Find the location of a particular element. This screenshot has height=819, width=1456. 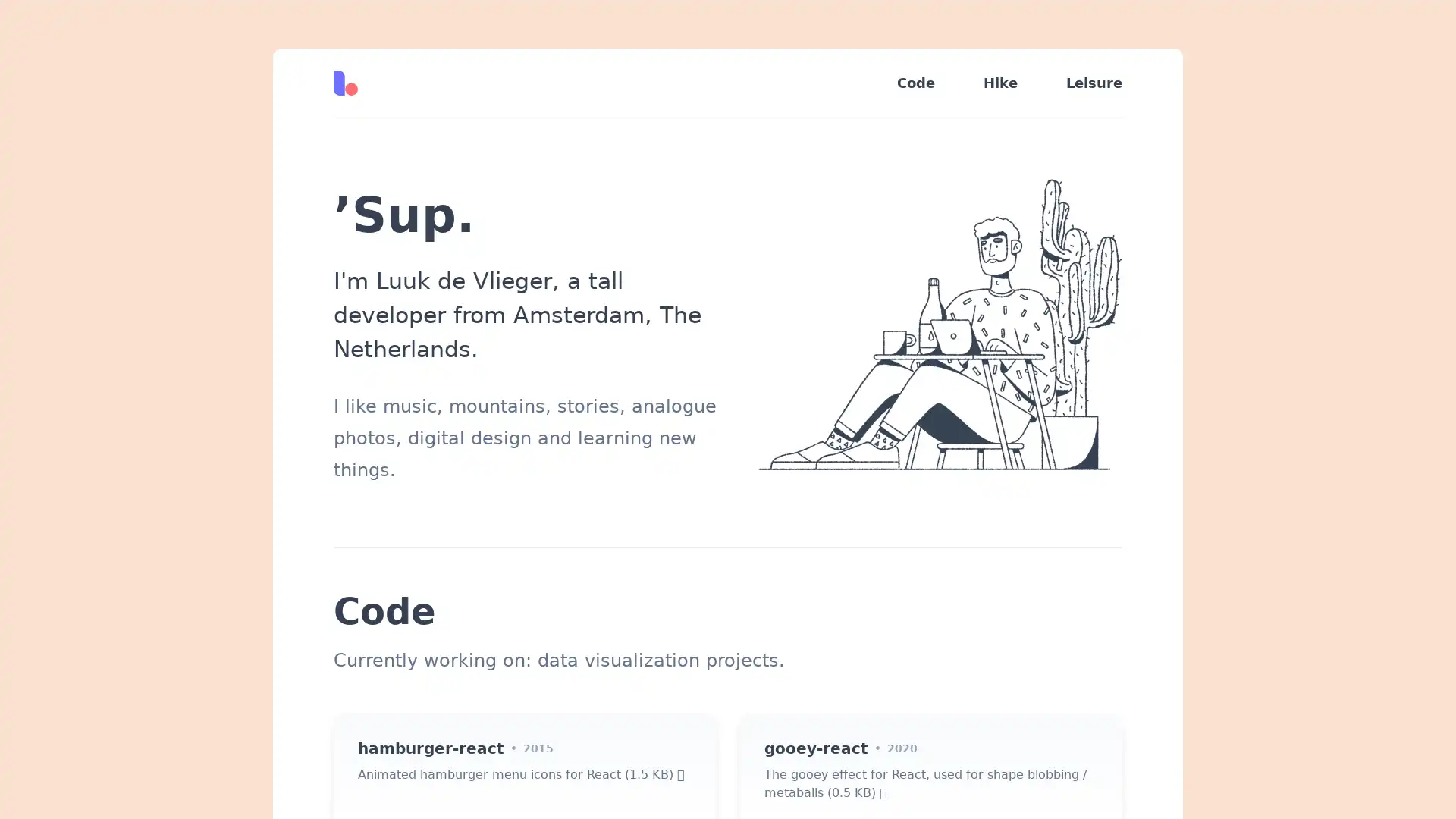

Leisure is located at coordinates (1081, 83).